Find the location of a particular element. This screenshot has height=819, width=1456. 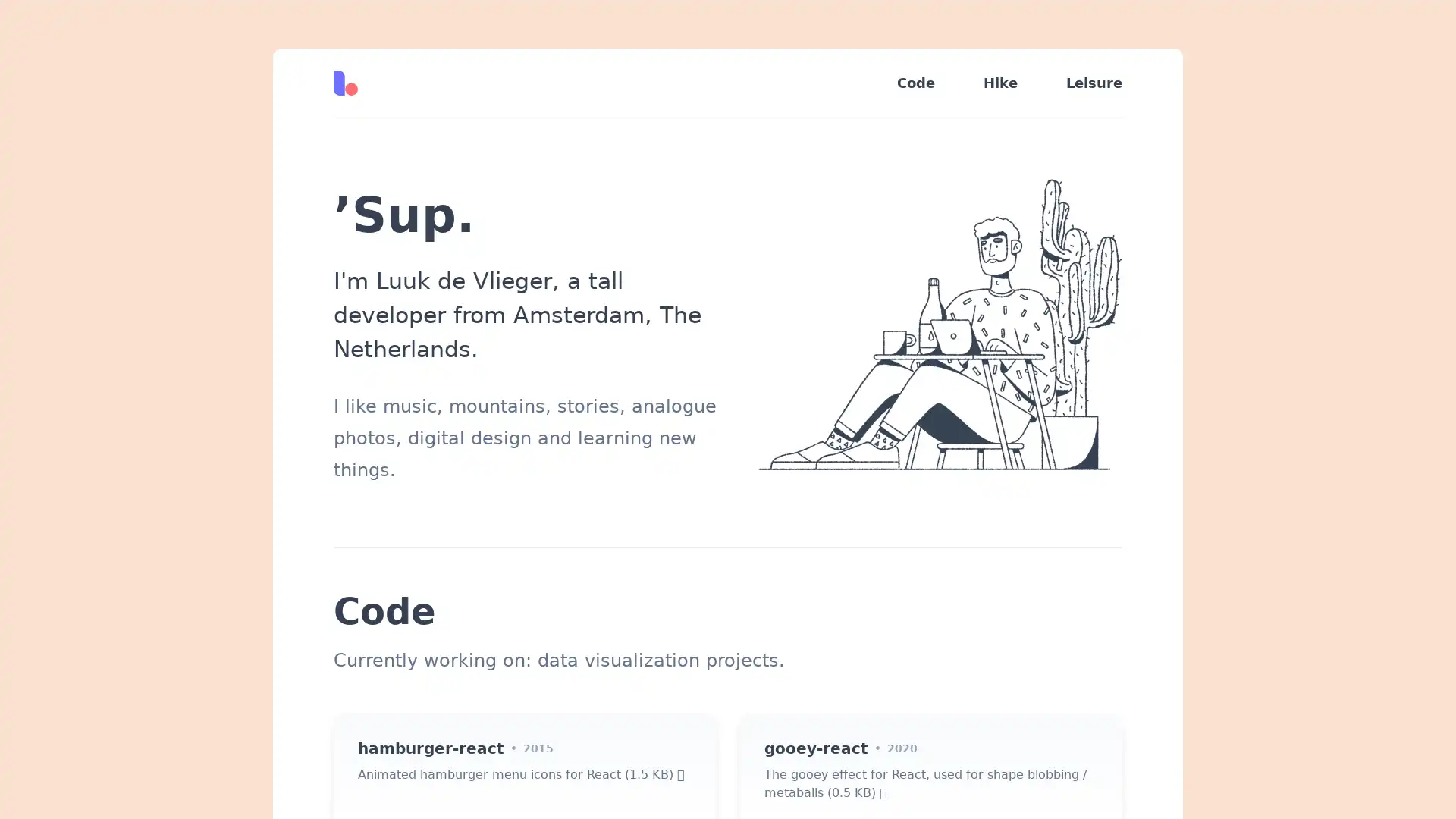

Leisure is located at coordinates (1081, 83).